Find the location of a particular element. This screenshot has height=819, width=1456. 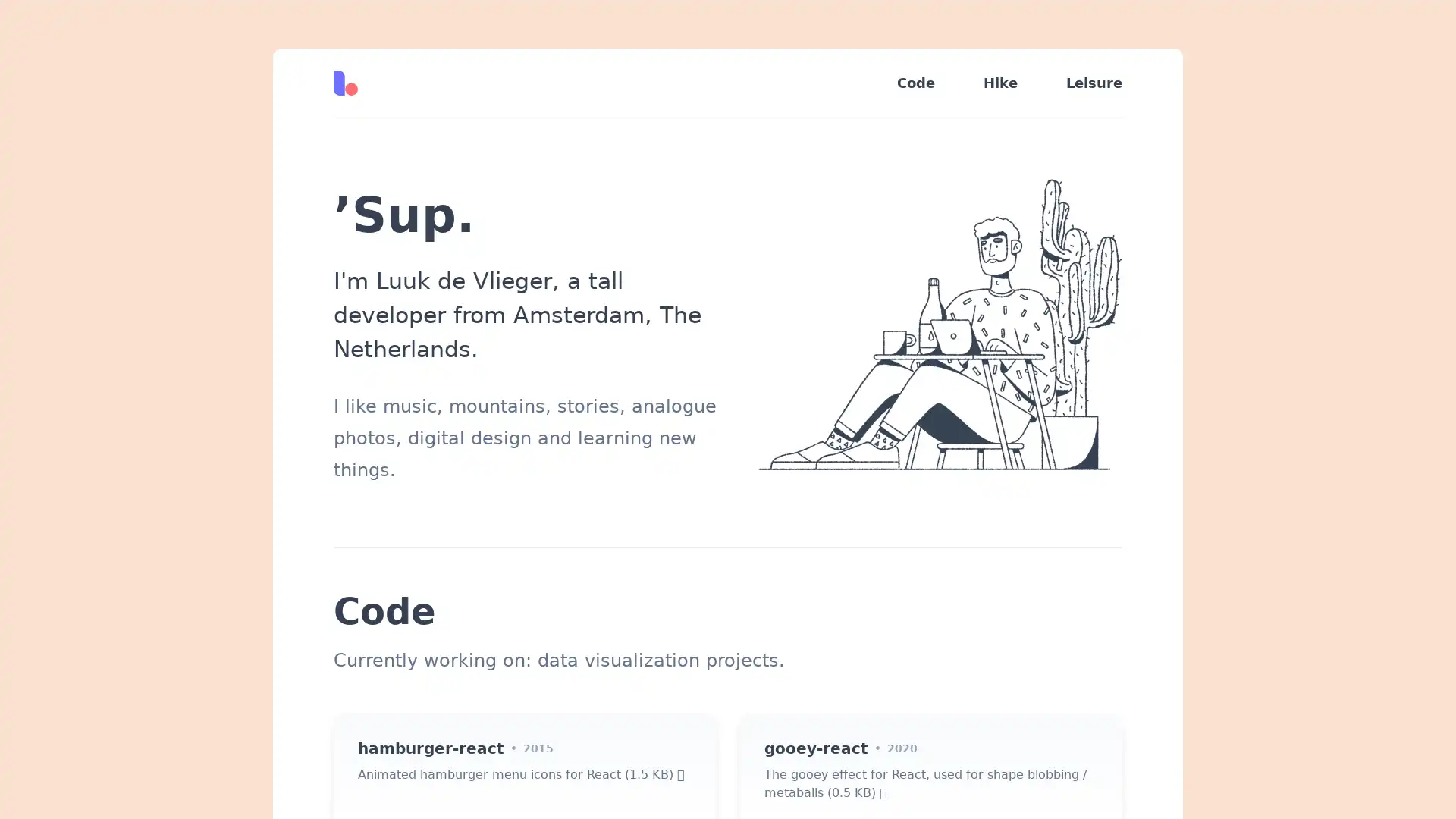

Leisure is located at coordinates (1081, 83).